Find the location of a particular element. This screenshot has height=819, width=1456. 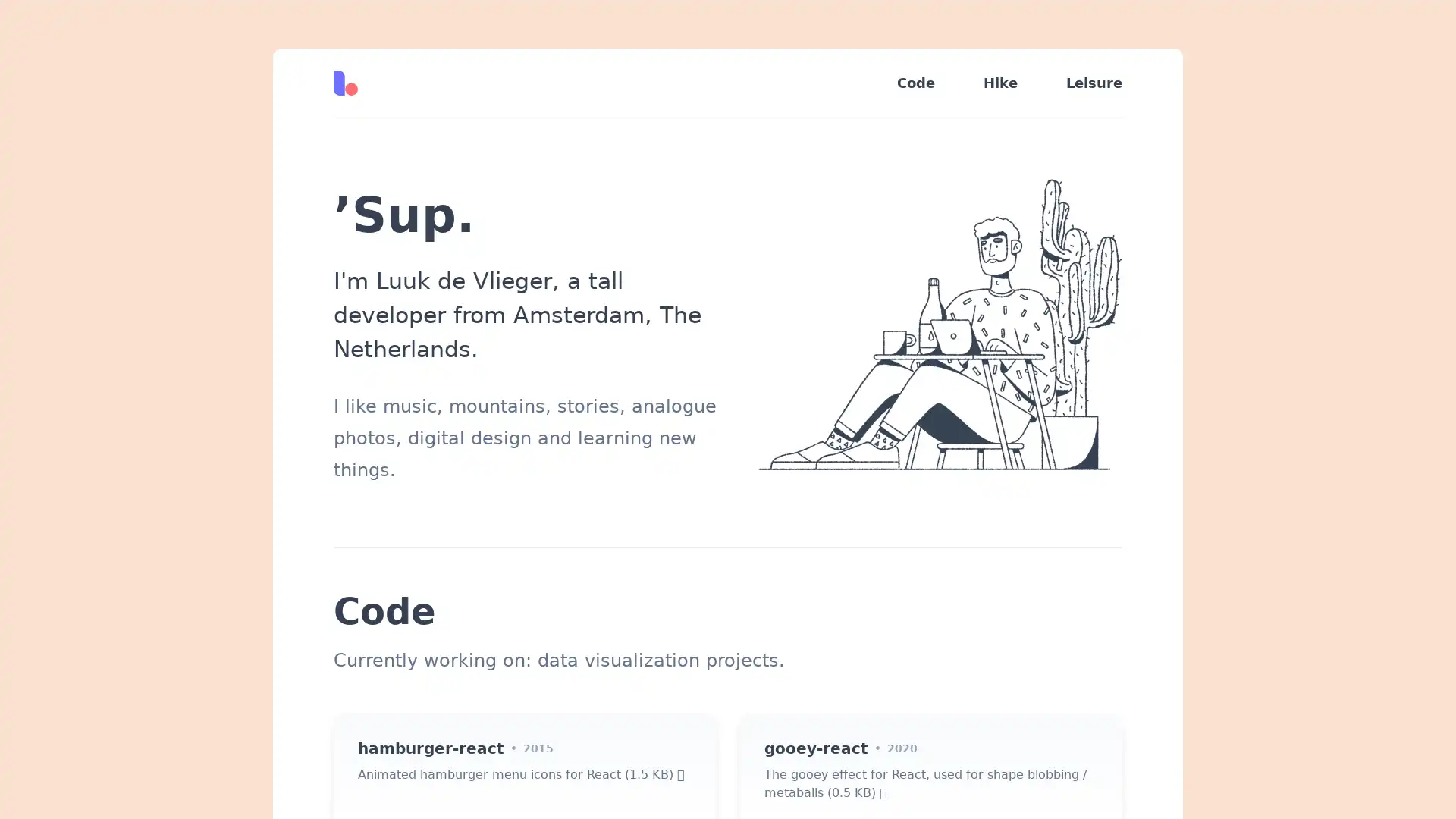

Leisure is located at coordinates (1081, 83).